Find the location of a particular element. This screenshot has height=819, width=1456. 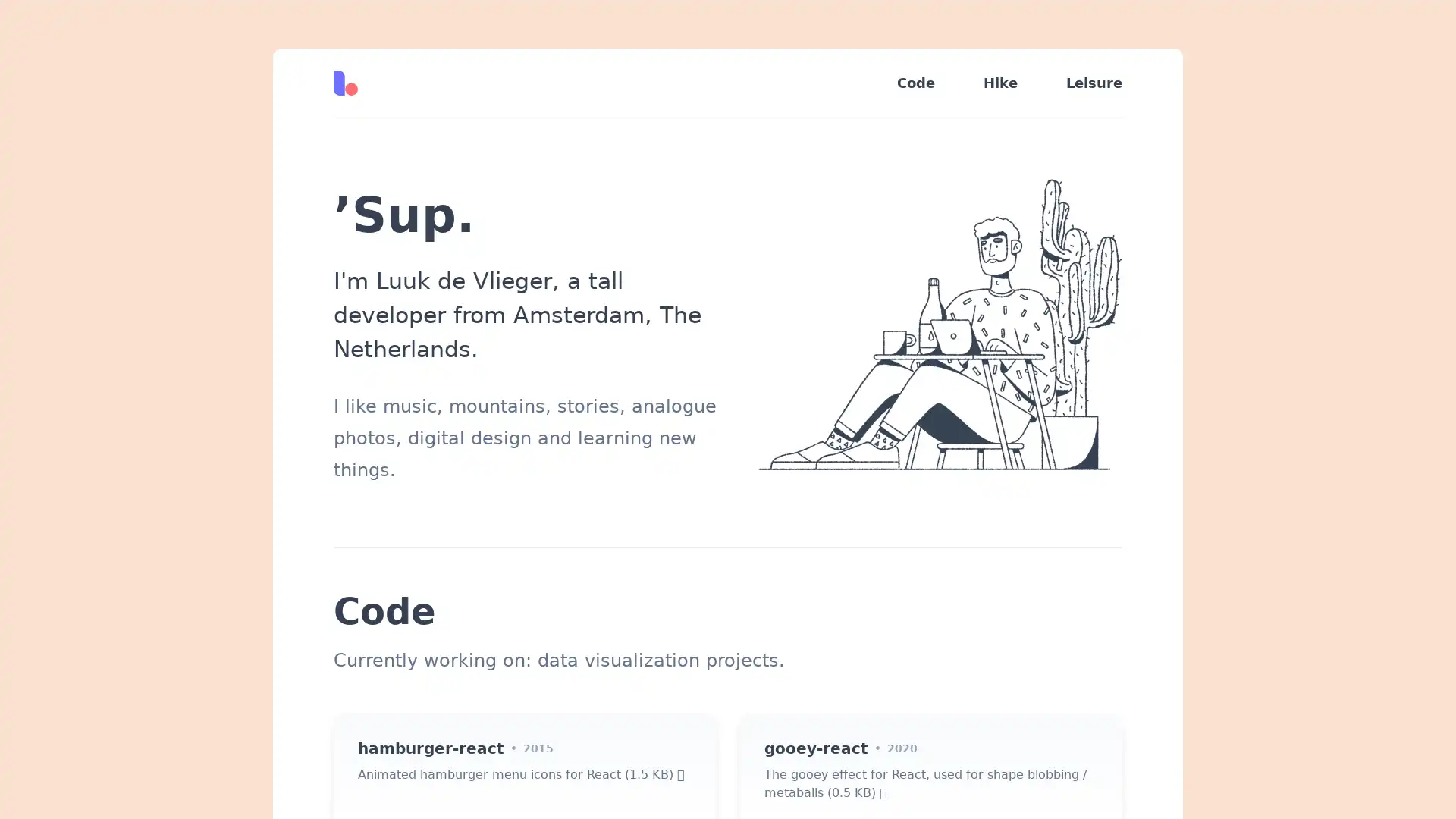

Leisure is located at coordinates (1081, 83).